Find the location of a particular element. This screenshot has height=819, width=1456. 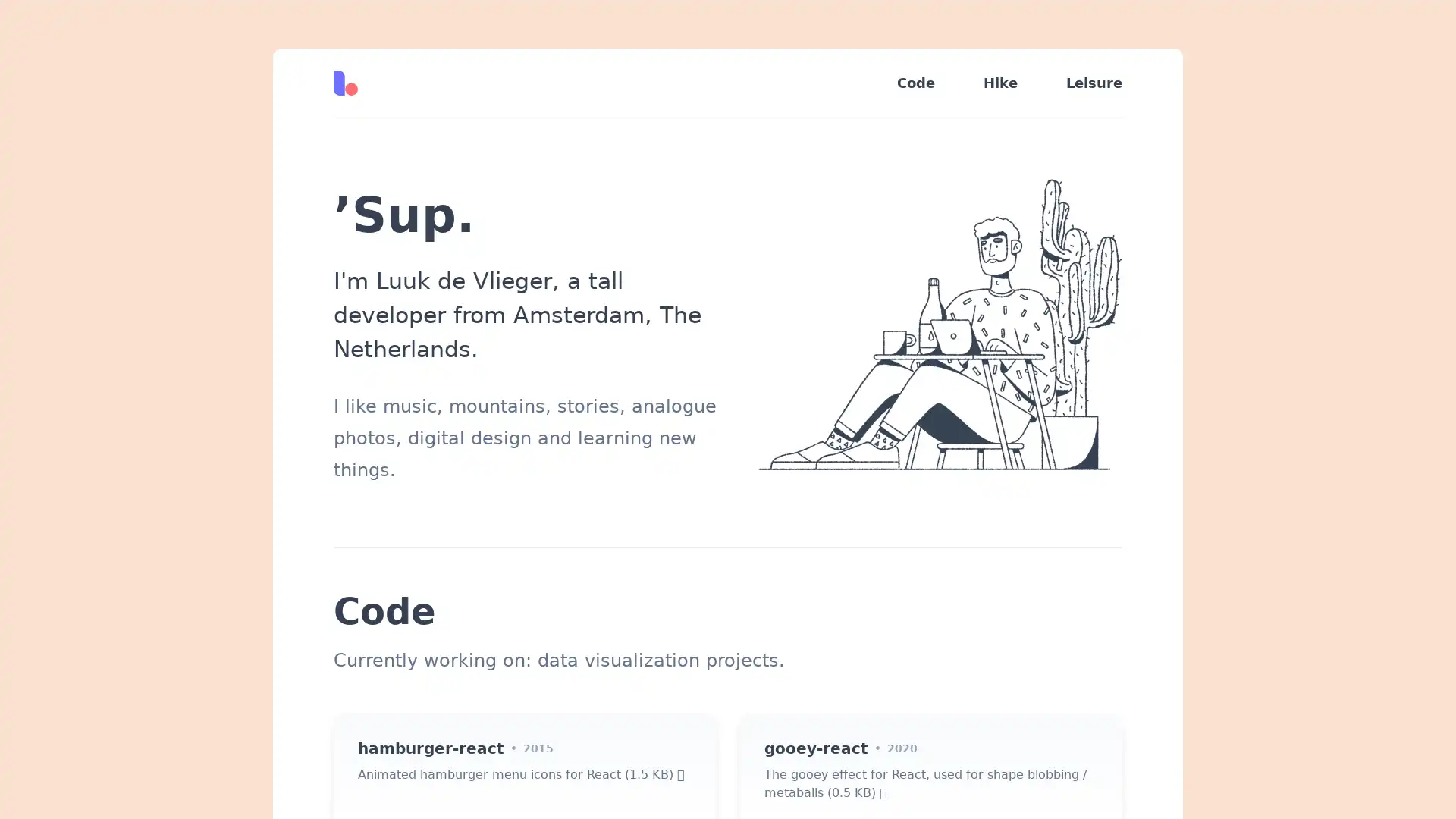

Leisure is located at coordinates (1081, 83).